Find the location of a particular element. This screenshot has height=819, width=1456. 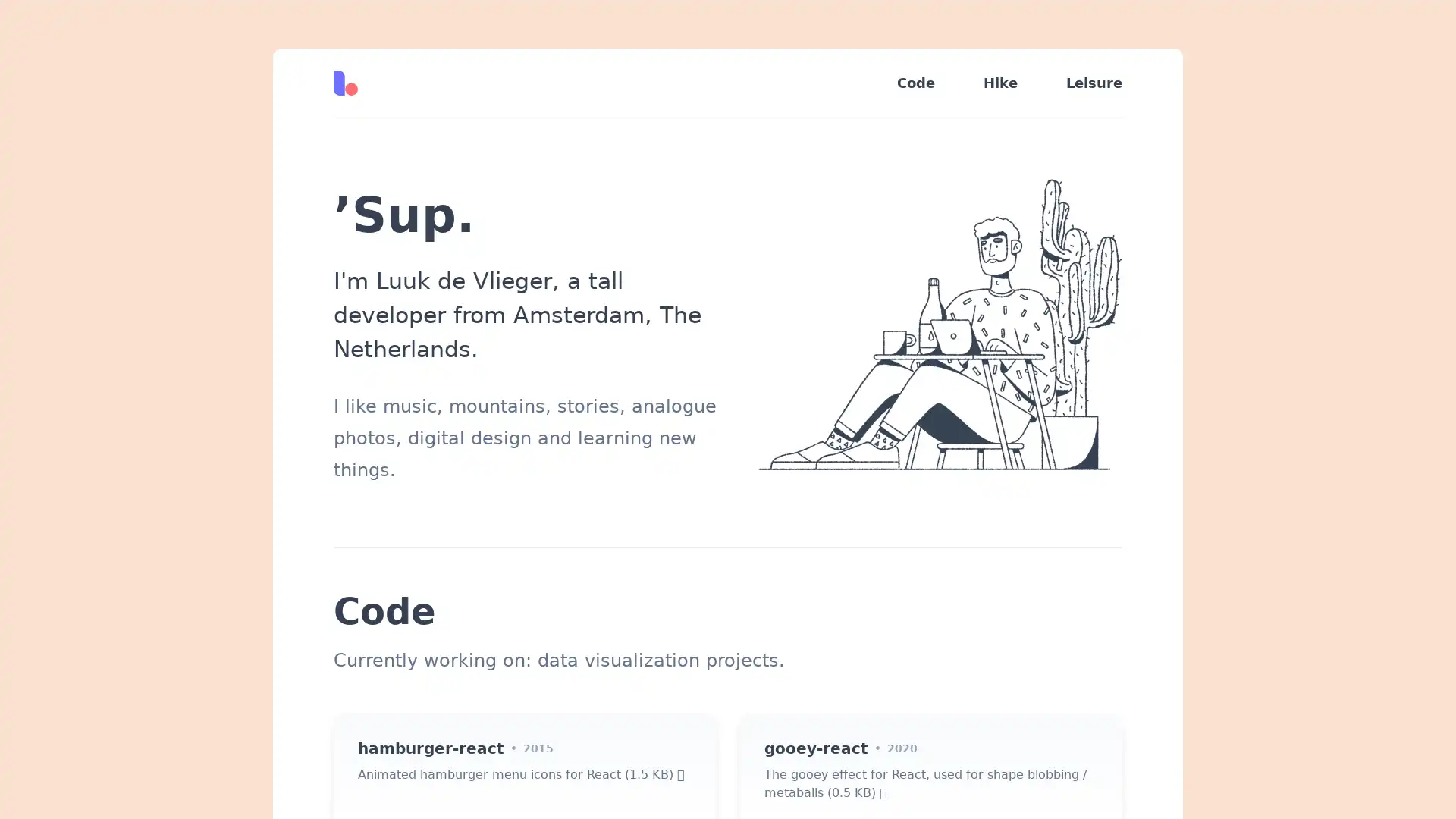

Leisure is located at coordinates (1081, 83).